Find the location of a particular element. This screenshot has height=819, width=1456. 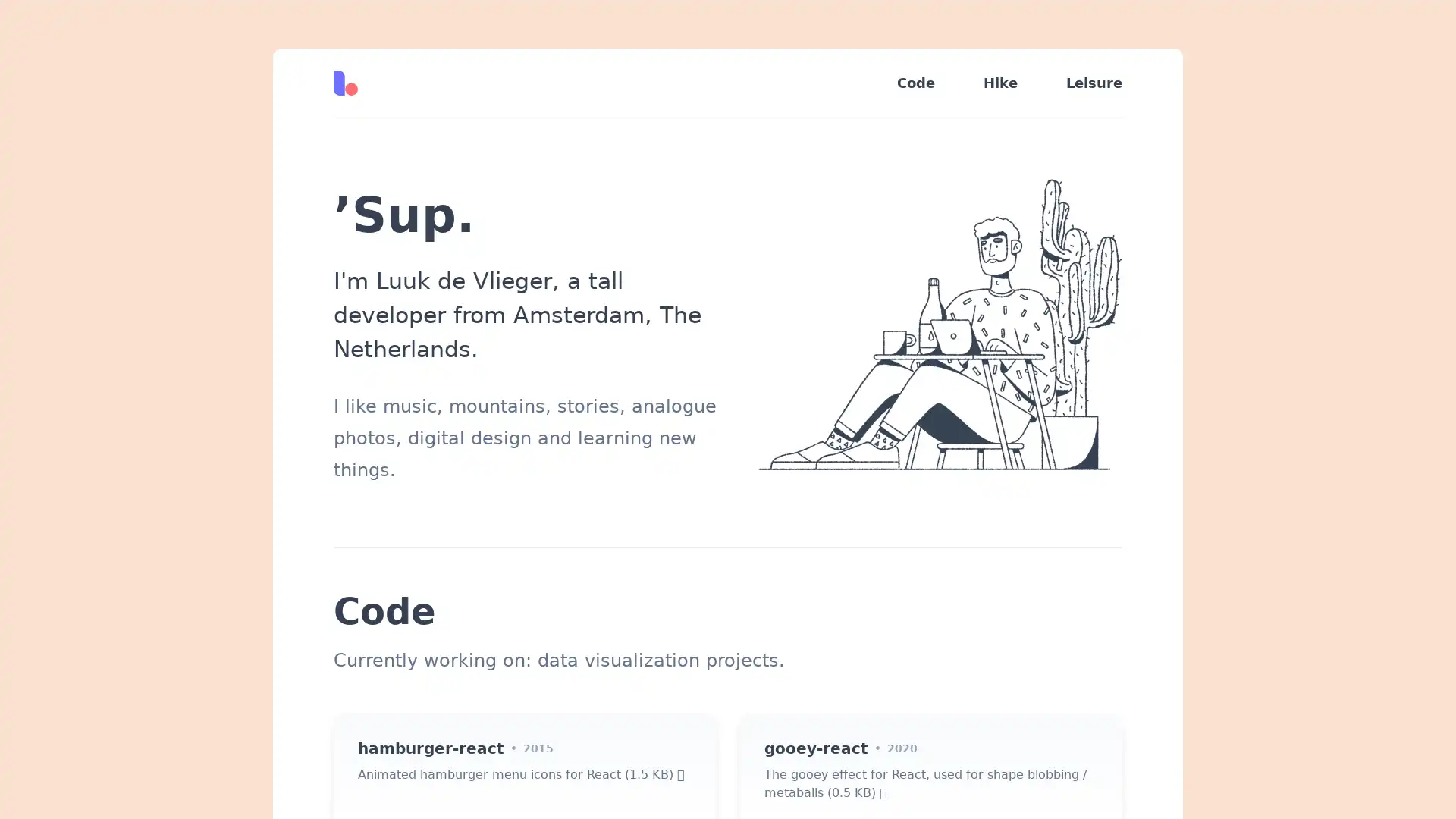

Leisure is located at coordinates (1081, 83).